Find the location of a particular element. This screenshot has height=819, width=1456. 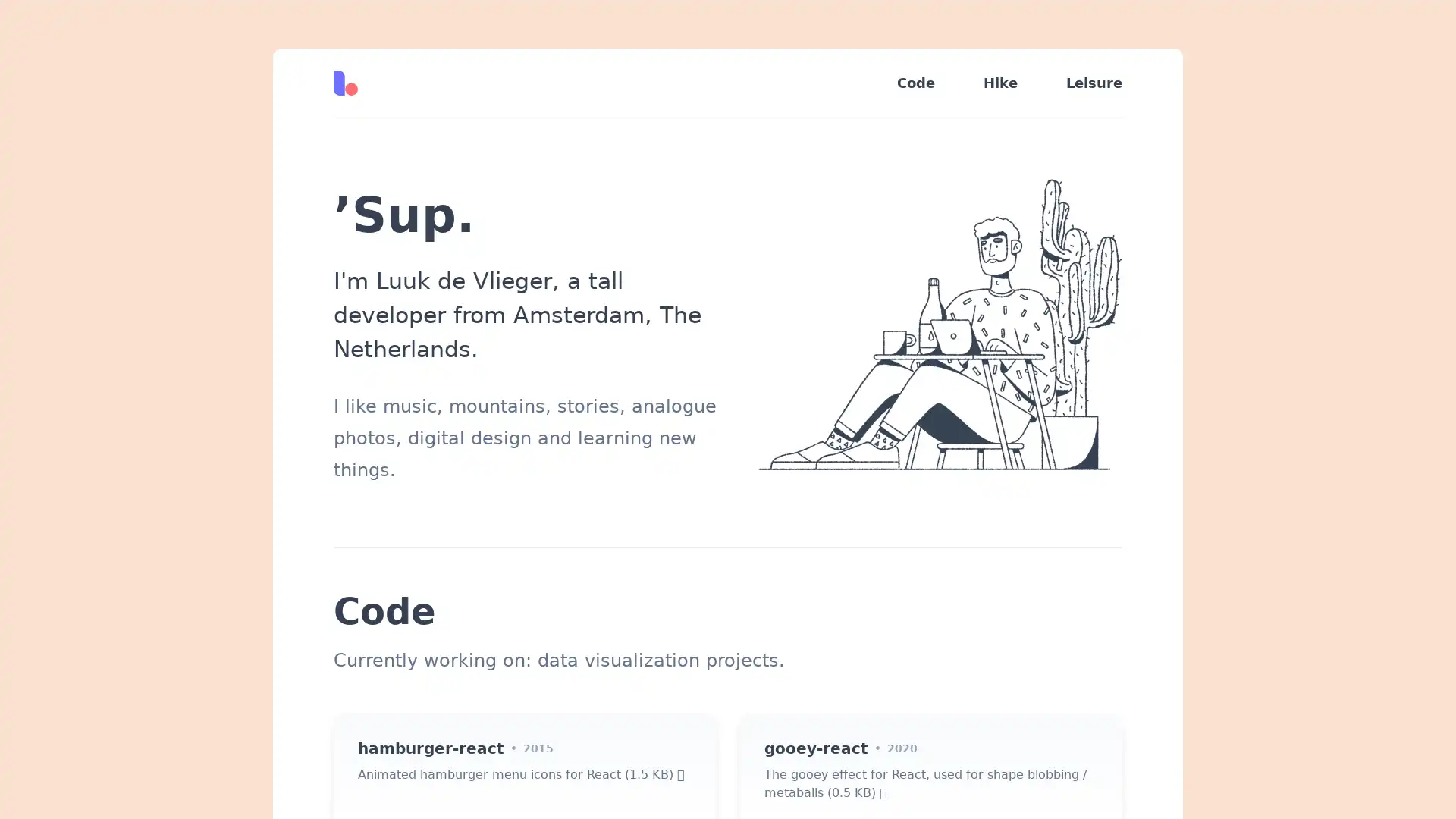

Leisure is located at coordinates (1081, 83).